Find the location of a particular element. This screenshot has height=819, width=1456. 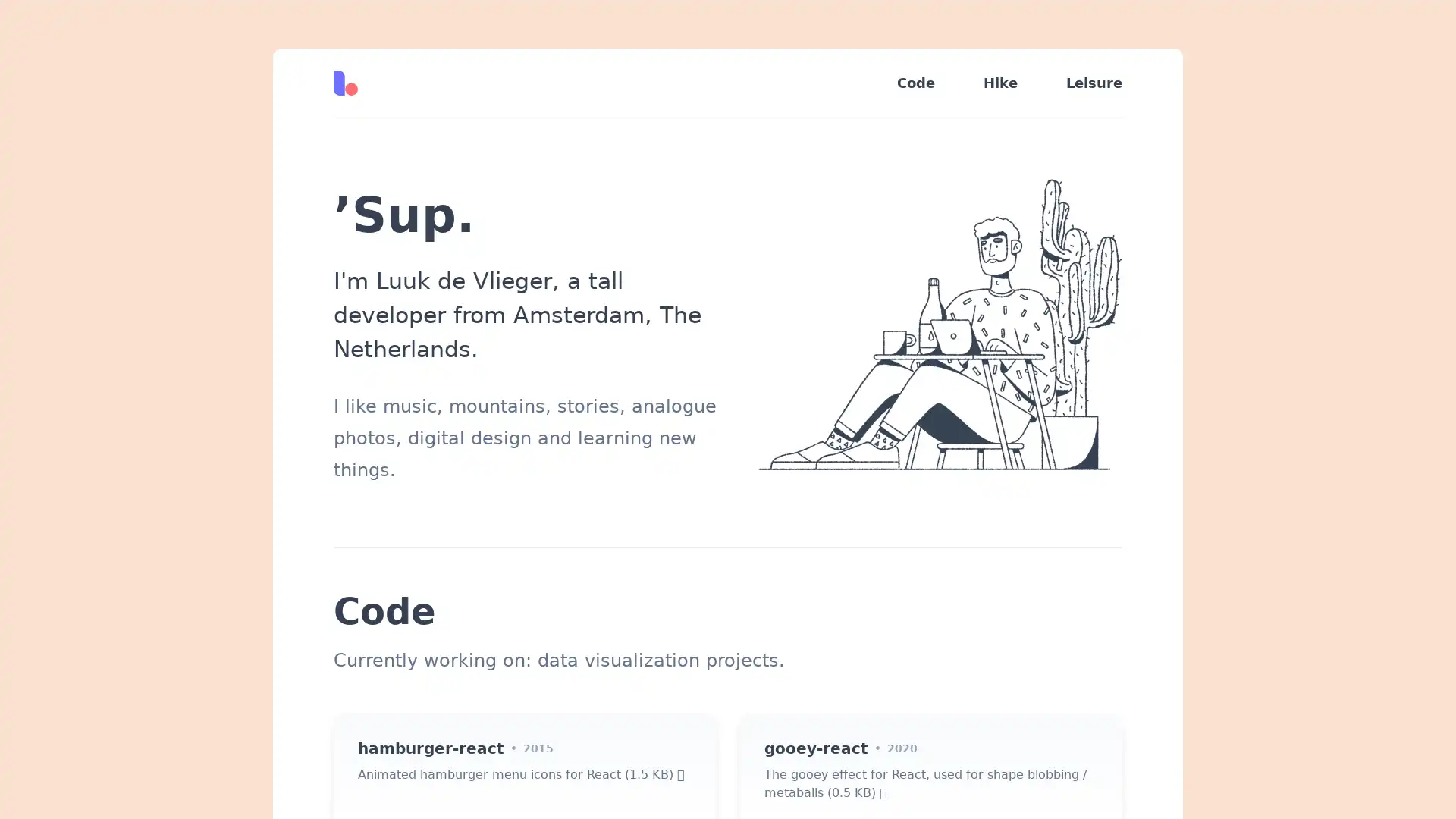

Leisure is located at coordinates (1081, 83).